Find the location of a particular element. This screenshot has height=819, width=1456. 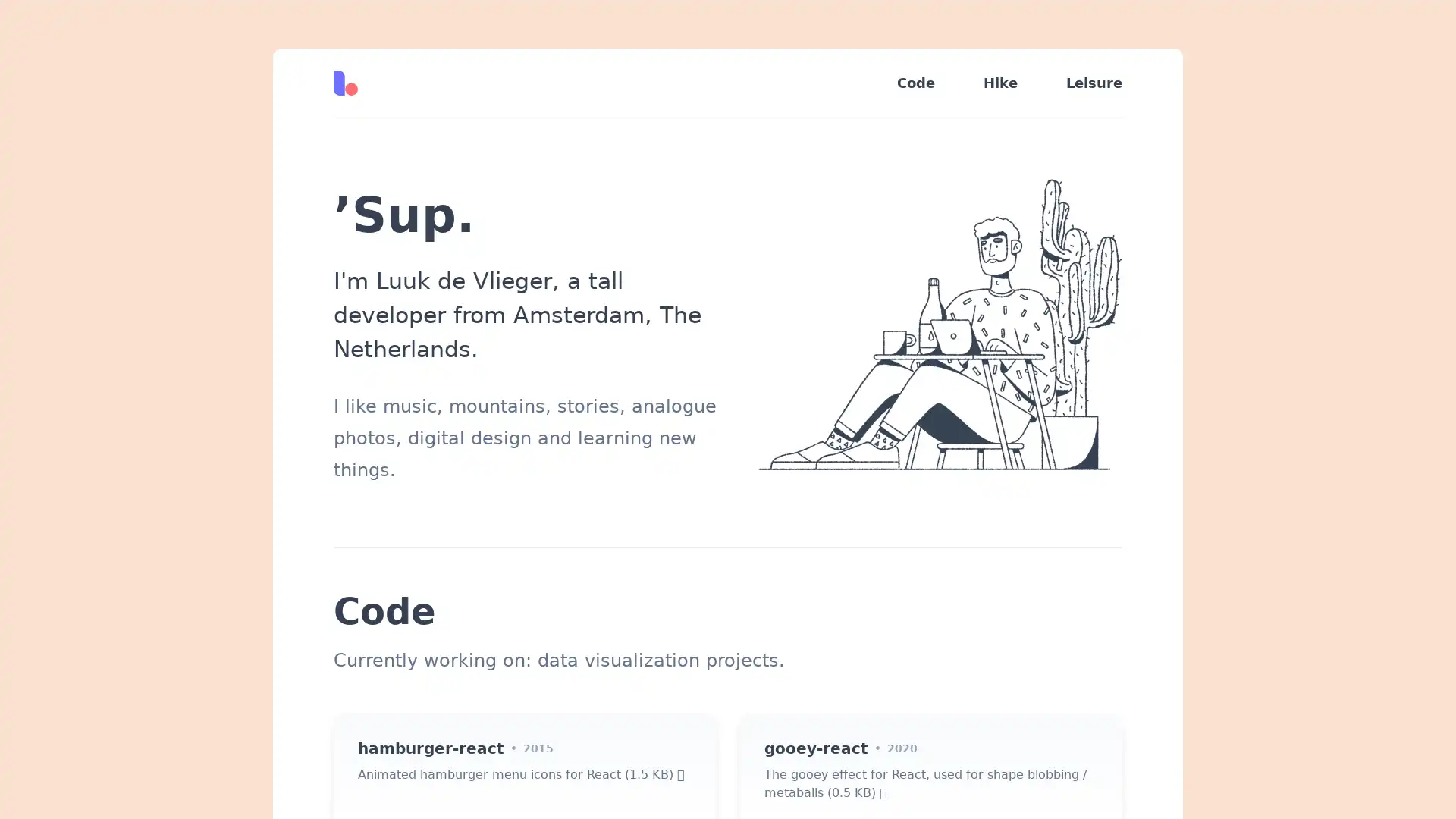

Leisure is located at coordinates (1081, 83).